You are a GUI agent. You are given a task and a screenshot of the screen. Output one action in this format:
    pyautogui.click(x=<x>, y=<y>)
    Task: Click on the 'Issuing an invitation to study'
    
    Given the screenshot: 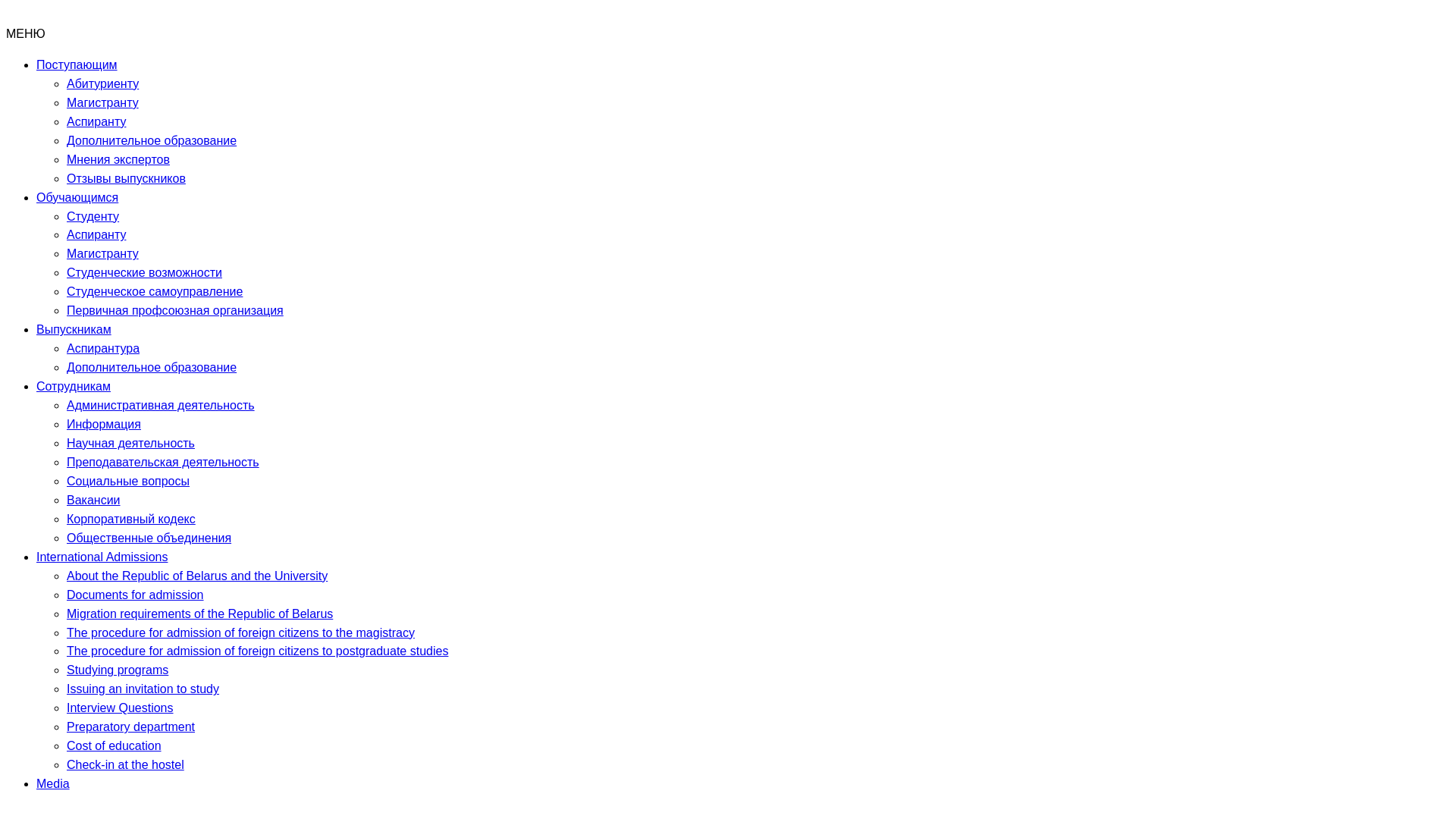 What is the action you would take?
    pyautogui.click(x=143, y=689)
    